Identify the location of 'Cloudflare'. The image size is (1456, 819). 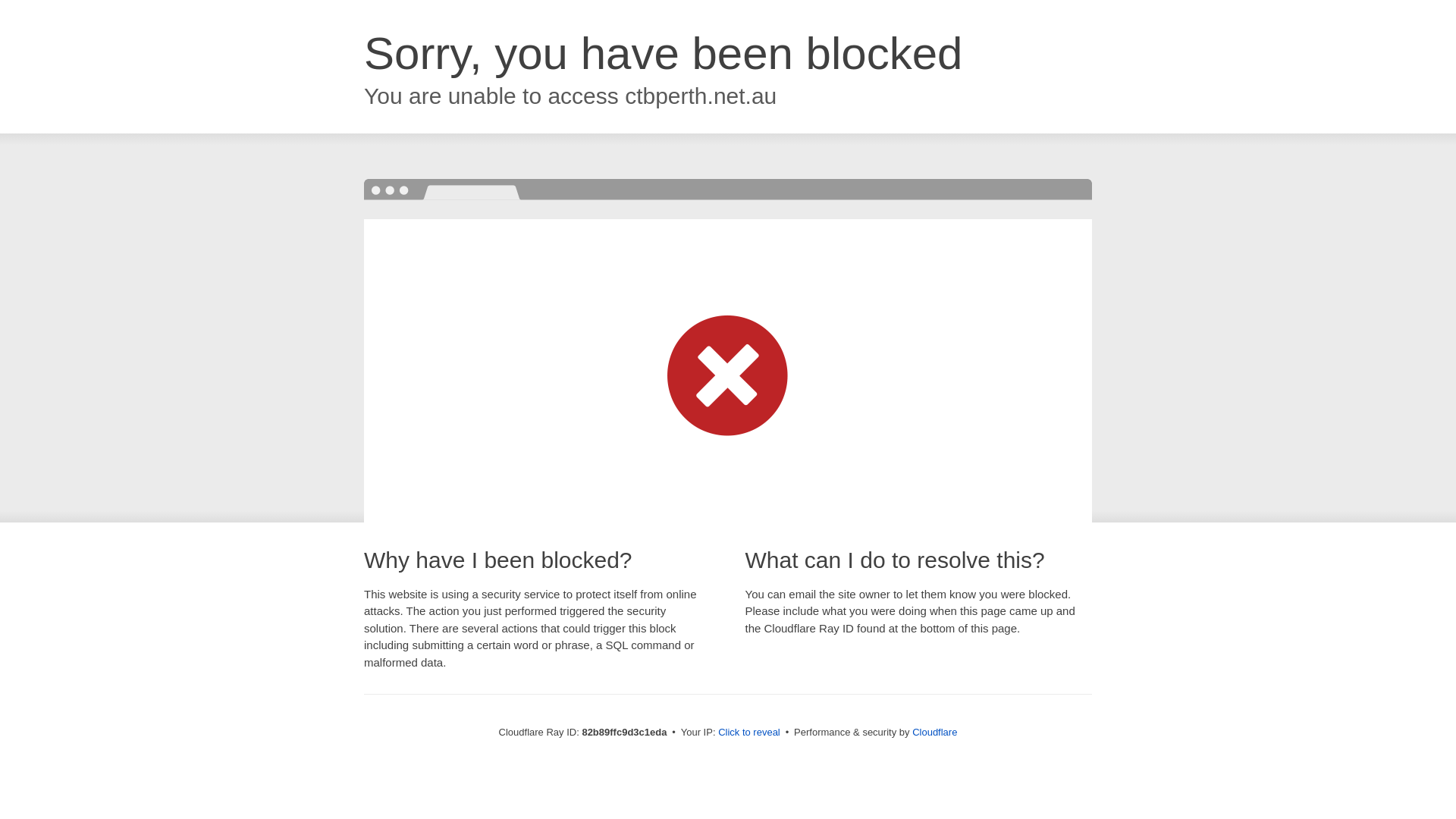
(934, 731).